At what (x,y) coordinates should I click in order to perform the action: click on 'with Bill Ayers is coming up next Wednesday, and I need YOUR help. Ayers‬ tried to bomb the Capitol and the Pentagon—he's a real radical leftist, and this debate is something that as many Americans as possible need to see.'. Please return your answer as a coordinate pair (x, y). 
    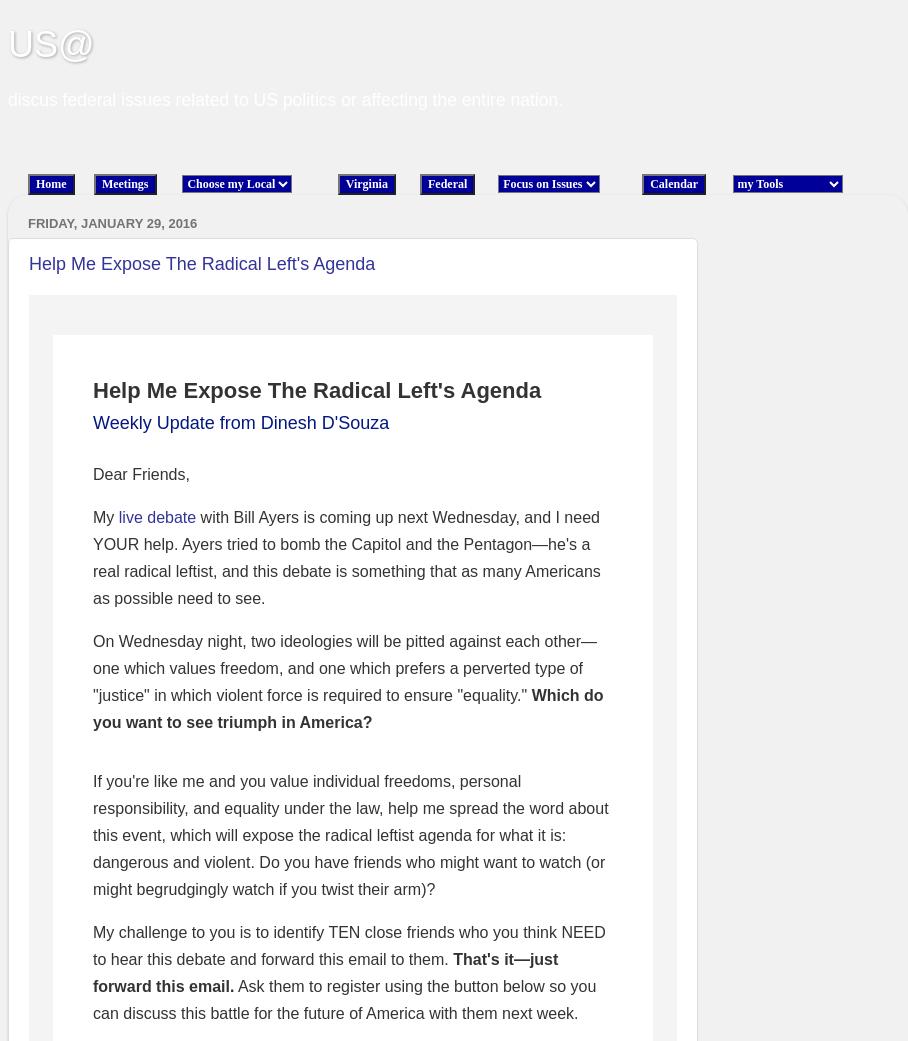
    Looking at the image, I should click on (346, 557).